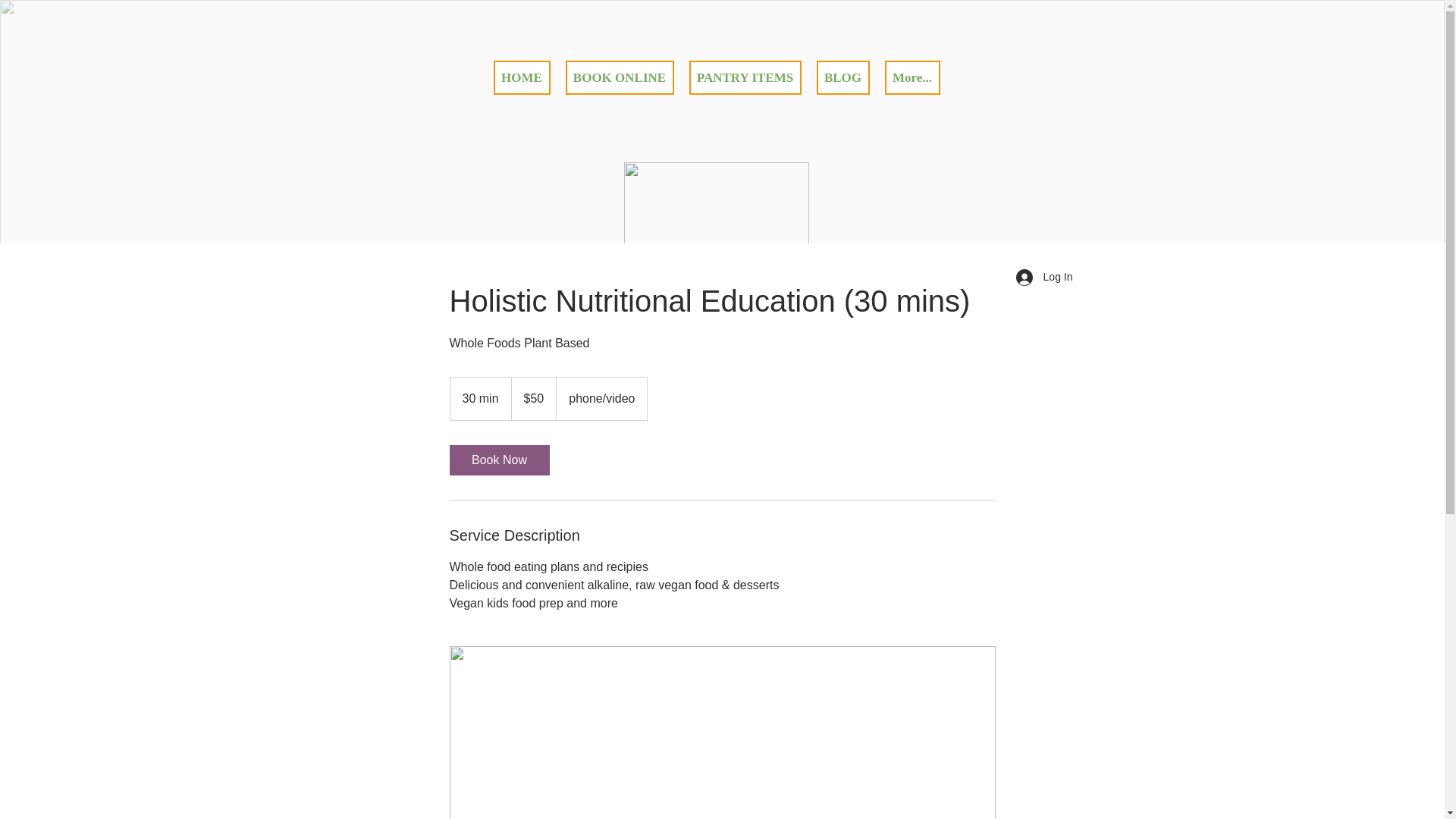 This screenshot has height=819, width=1456. I want to click on 'BOOK ONLINE', so click(620, 77).